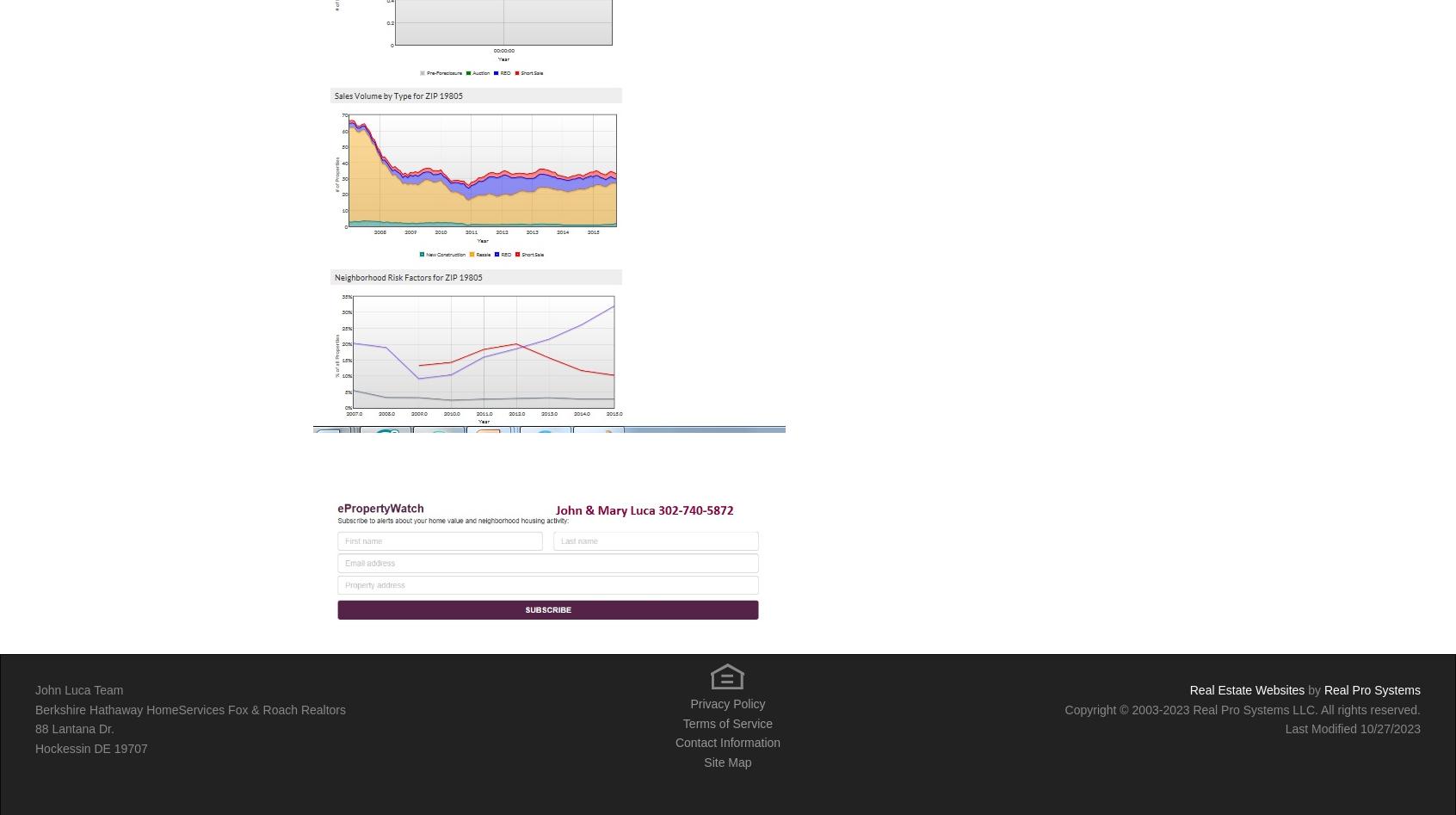  Describe the element at coordinates (727, 722) in the screenshot. I see `'Terms of Service'` at that location.